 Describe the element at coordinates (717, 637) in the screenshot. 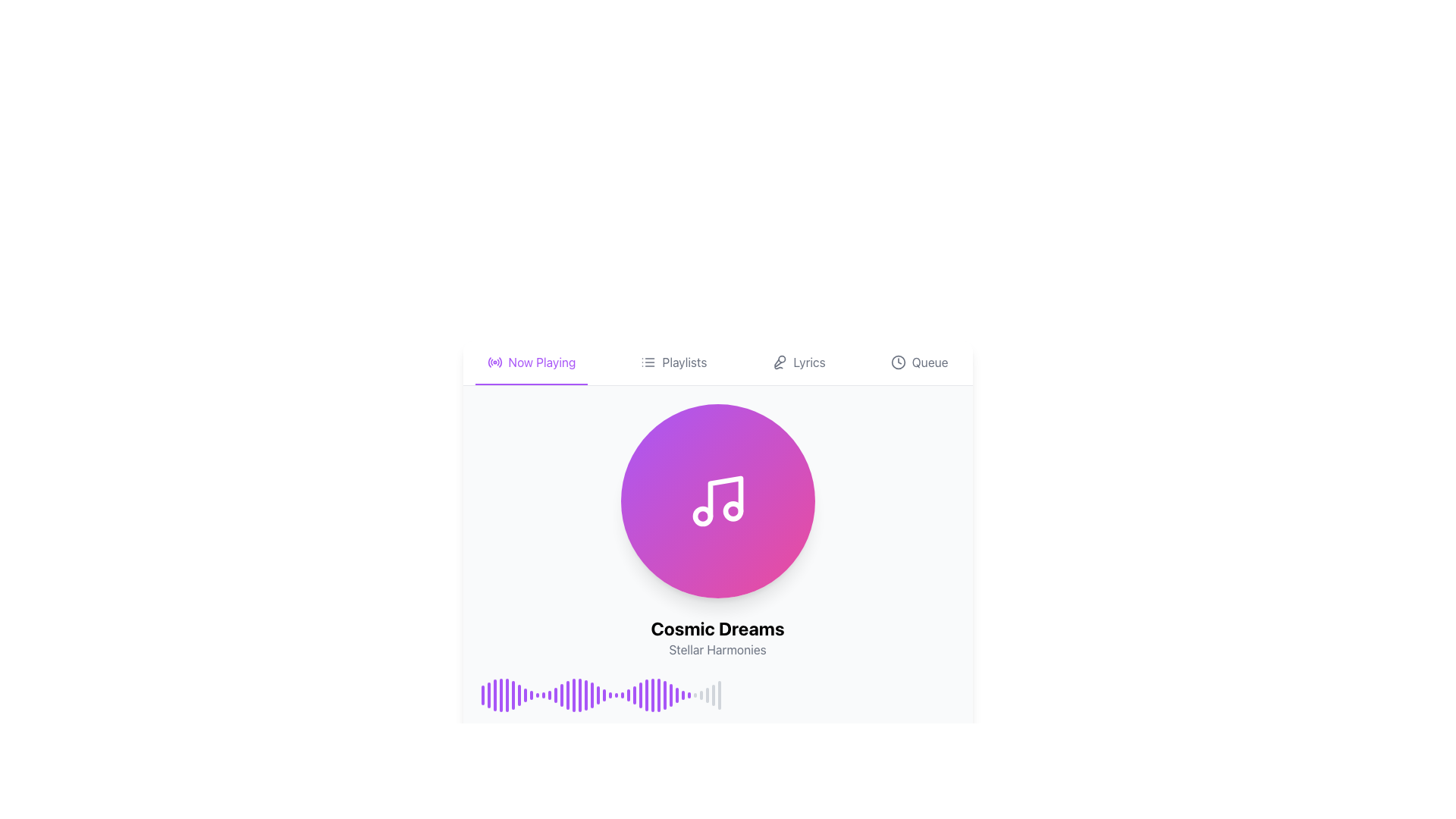

I see `the Text Display that shows the title and subtitle of the currently playing track, located below a musical note icon and above a soundwave representation` at that location.